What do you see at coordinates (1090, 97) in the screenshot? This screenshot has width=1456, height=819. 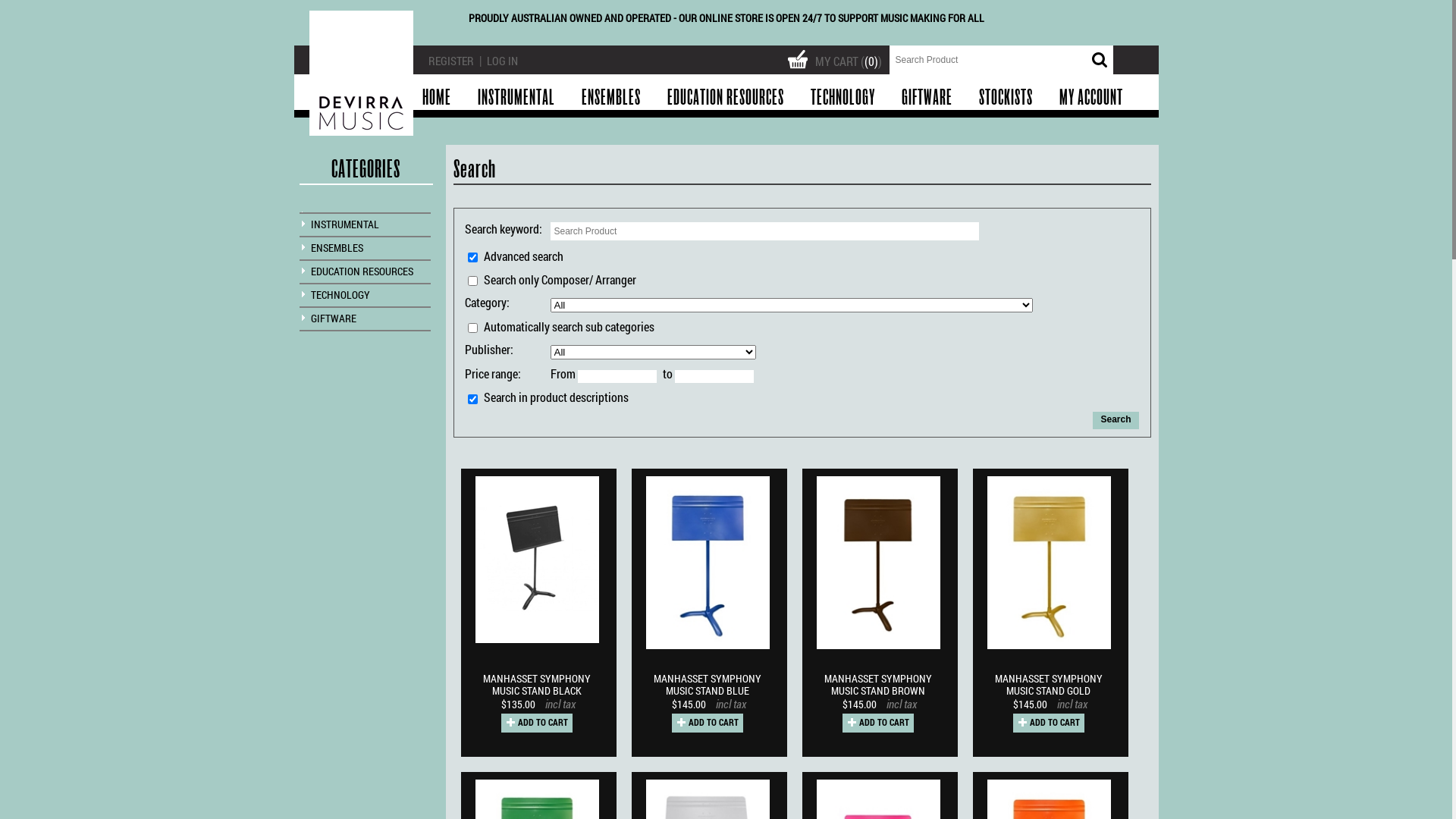 I see `'MY ACCOUNT'` at bounding box center [1090, 97].